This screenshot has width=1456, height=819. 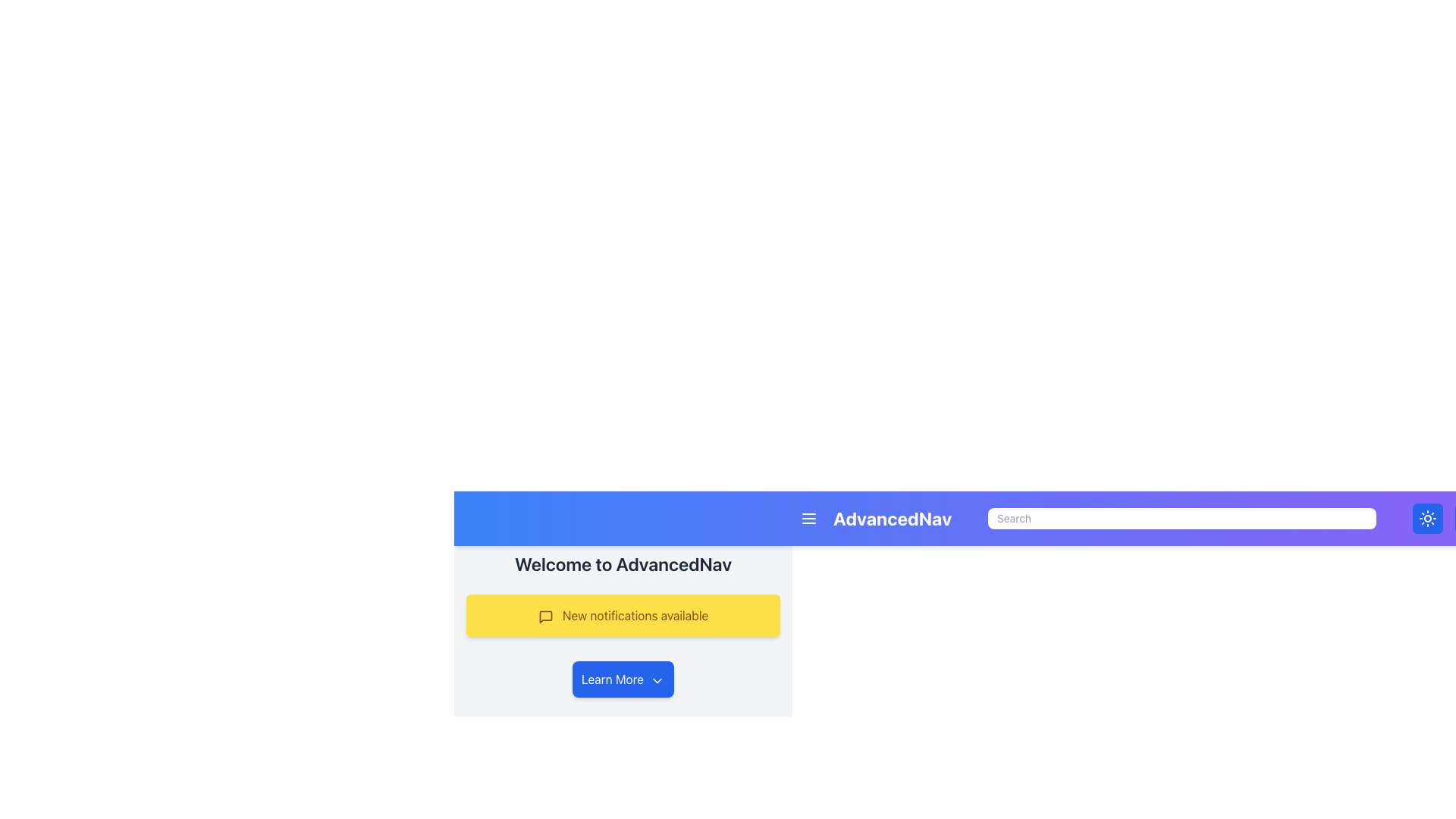 What do you see at coordinates (623, 616) in the screenshot?
I see `the Notification Box that informs users about new messages or updates, located below 'Welcome to AdvancedNav' and above the 'Learn More' button` at bounding box center [623, 616].